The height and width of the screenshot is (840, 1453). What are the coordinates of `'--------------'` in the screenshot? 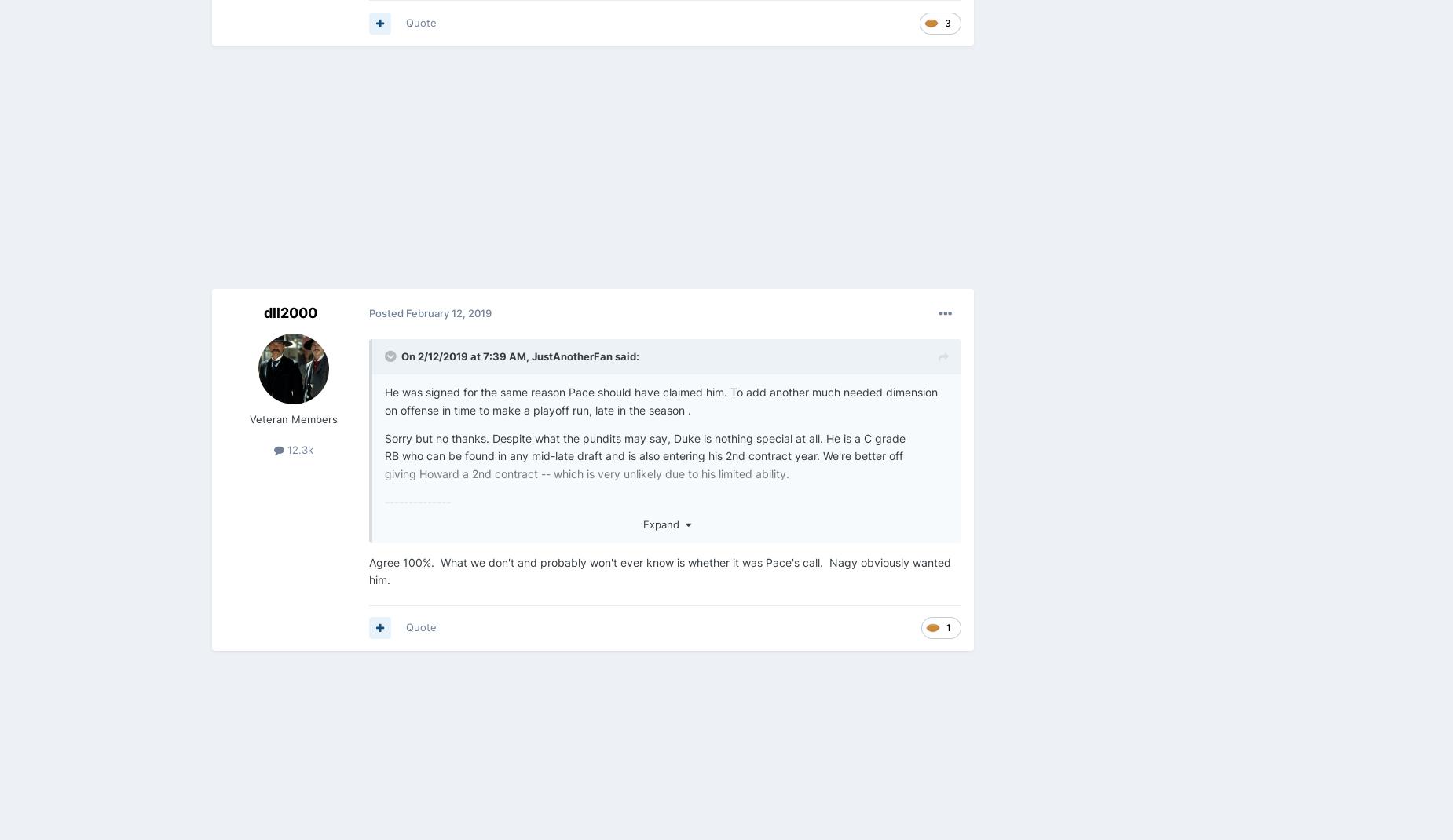 It's located at (385, 502).